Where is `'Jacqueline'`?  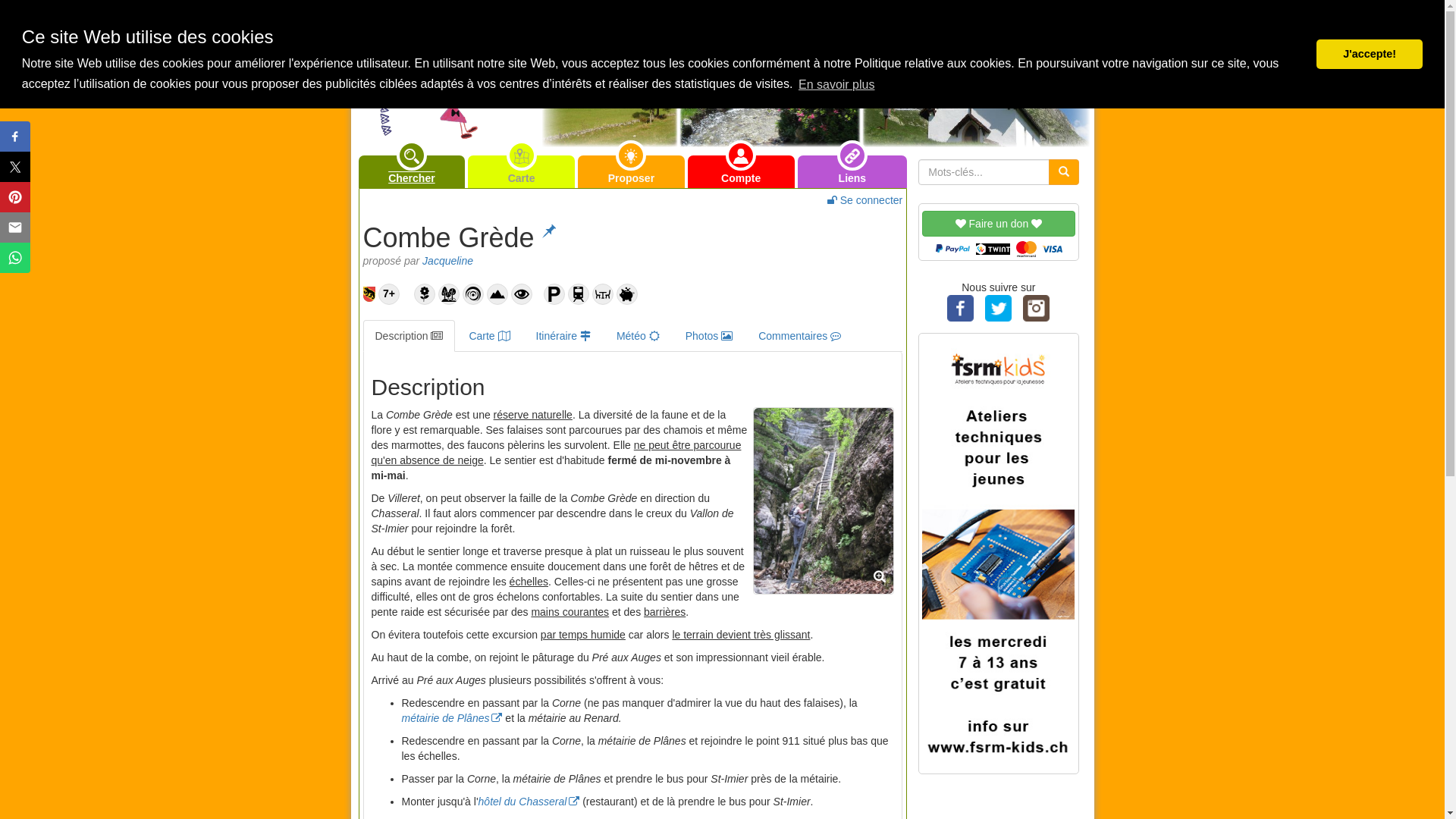 'Jacqueline' is located at coordinates (447, 259).